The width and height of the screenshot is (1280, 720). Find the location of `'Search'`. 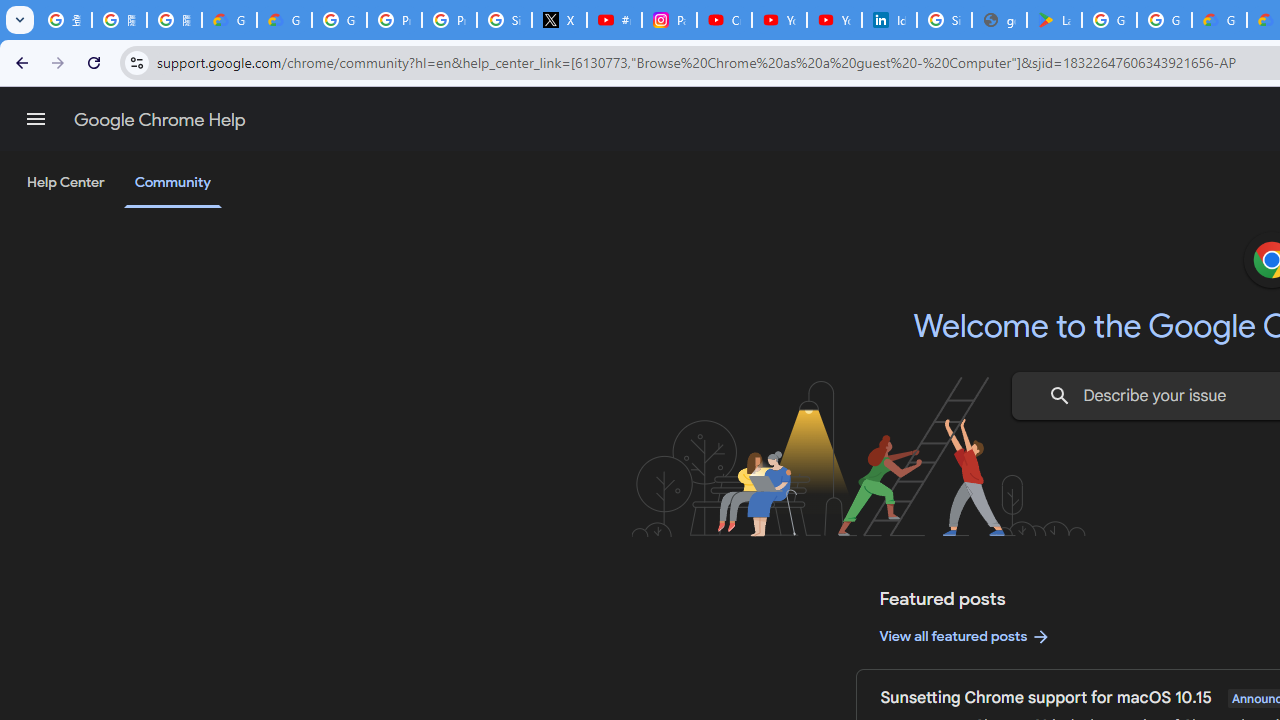

'Search' is located at coordinates (1058, 396).